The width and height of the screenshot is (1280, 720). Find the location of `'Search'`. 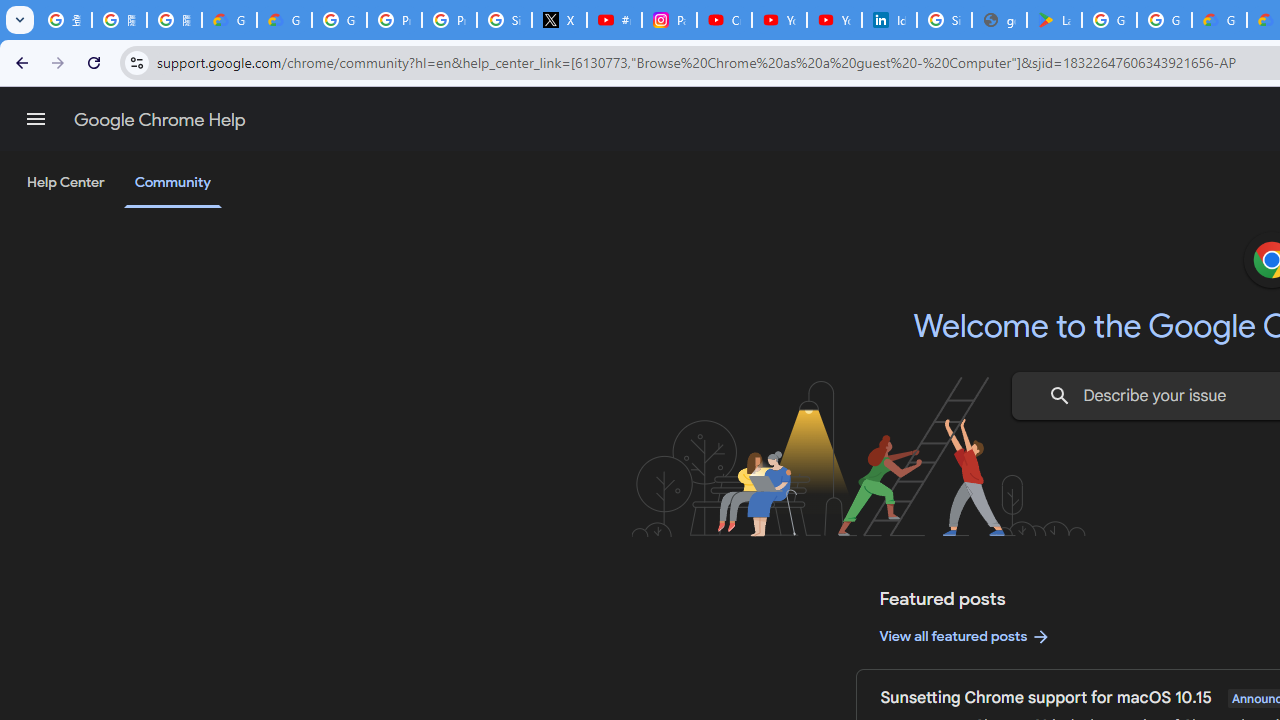

'Search' is located at coordinates (1058, 396).